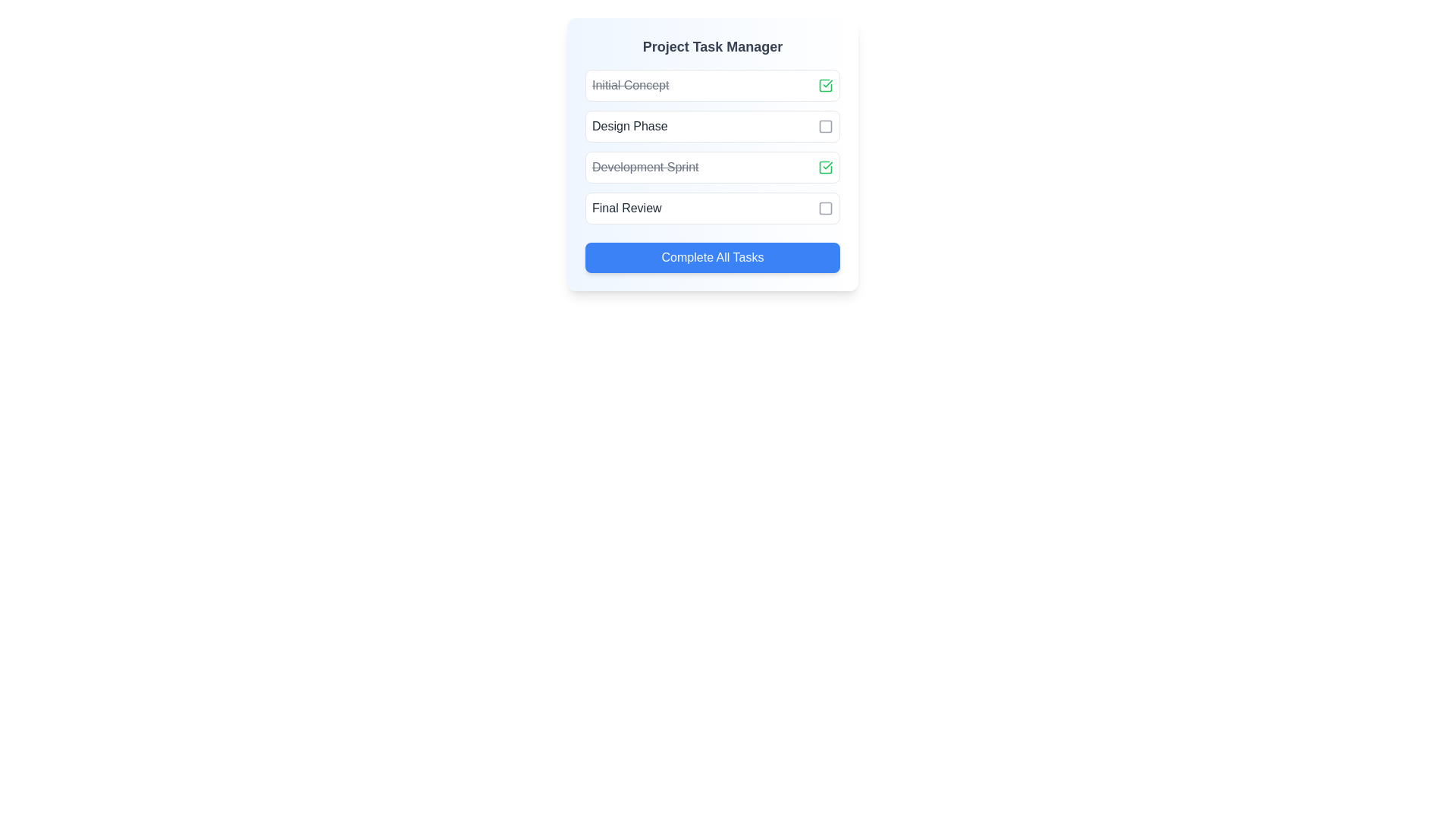 This screenshot has height=819, width=1456. What do you see at coordinates (825, 85) in the screenshot?
I see `the completion status icon located at the right end of the 'Initial Concept' row, adjacent to the crossed-out text` at bounding box center [825, 85].